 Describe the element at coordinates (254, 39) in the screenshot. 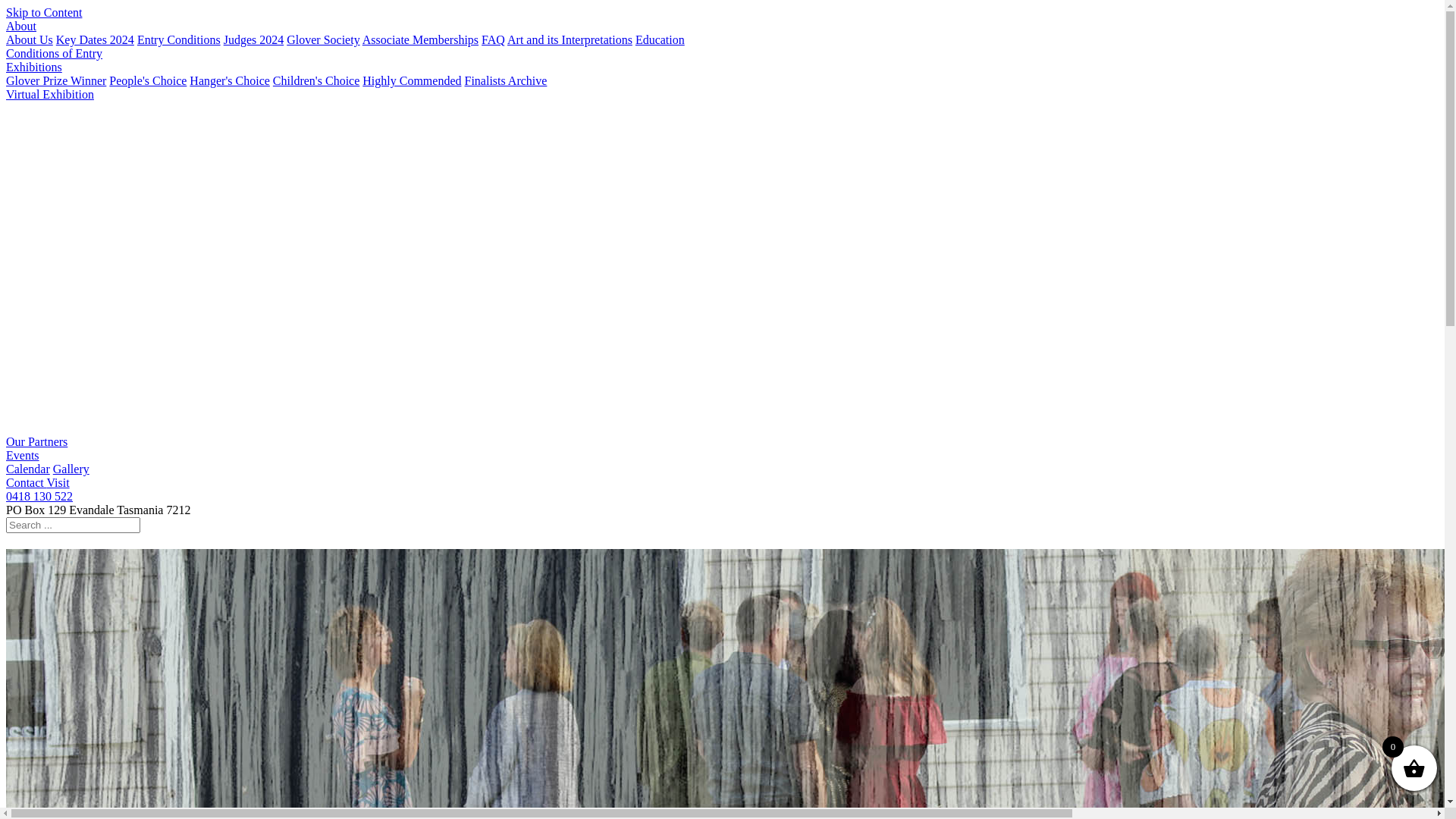

I see `'Judges 2024'` at that location.